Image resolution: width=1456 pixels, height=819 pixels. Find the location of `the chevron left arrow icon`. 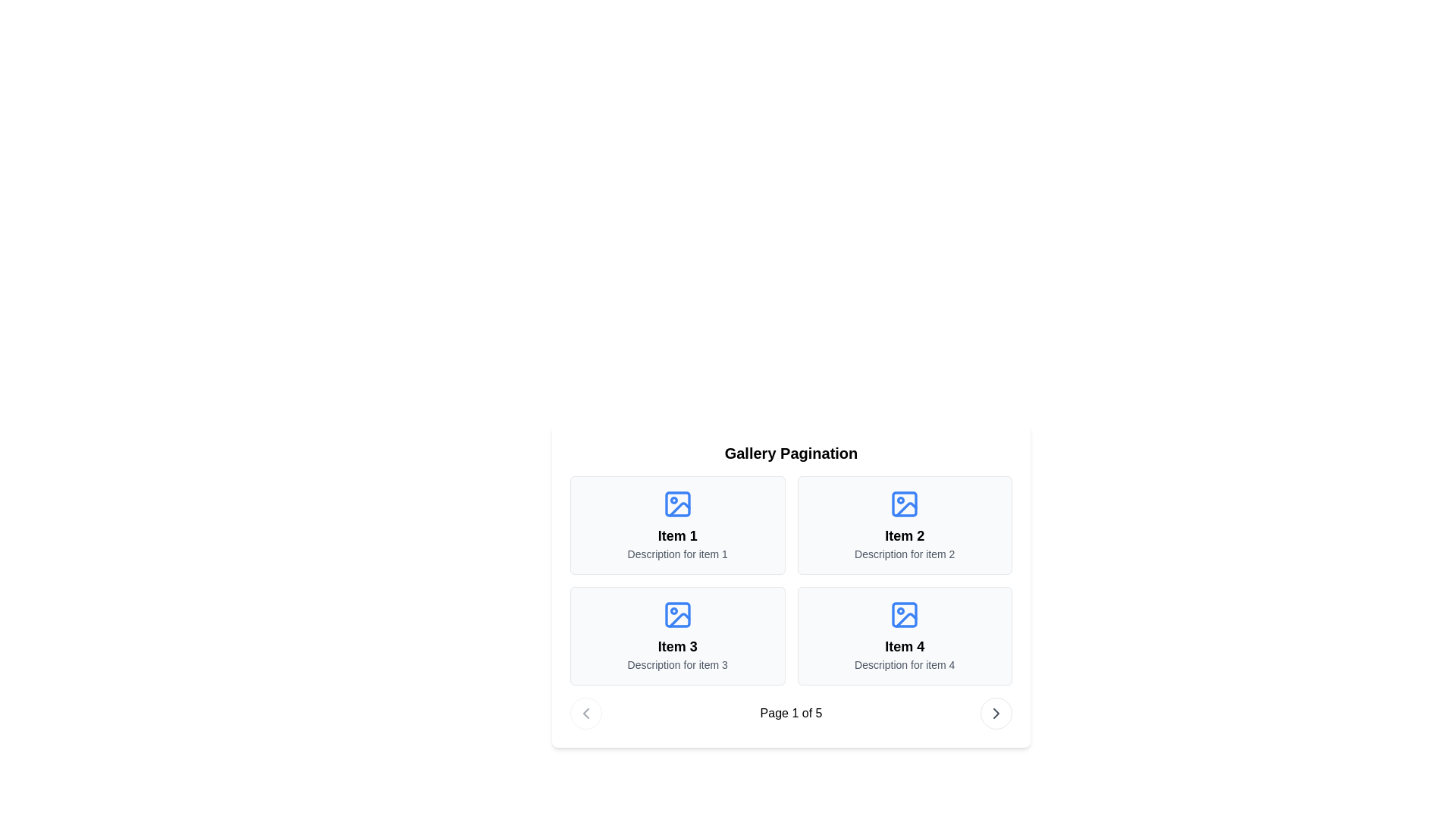

the chevron left arrow icon is located at coordinates (585, 714).